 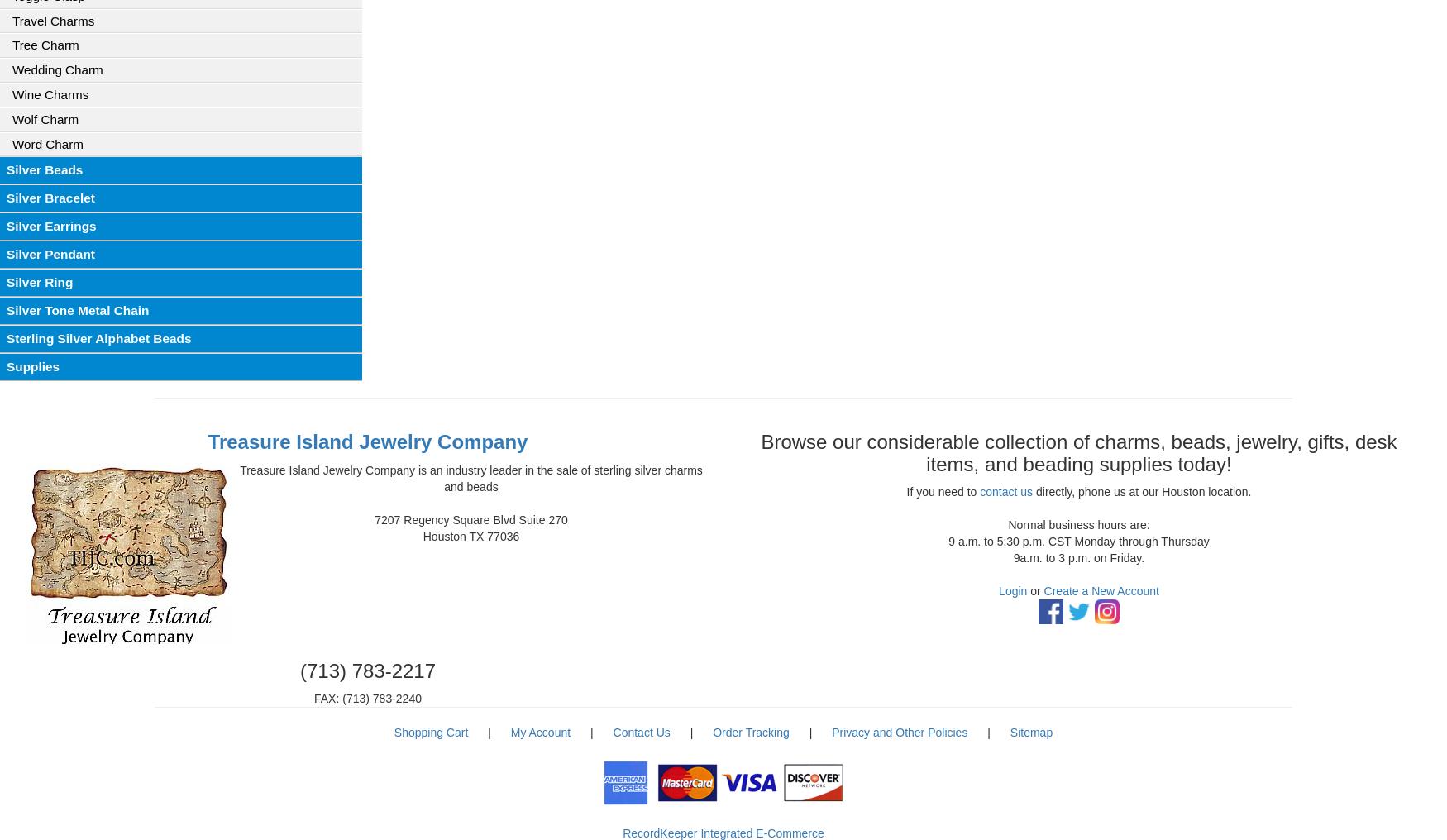 I want to click on 'Silver Bracelet', so click(x=6, y=198).